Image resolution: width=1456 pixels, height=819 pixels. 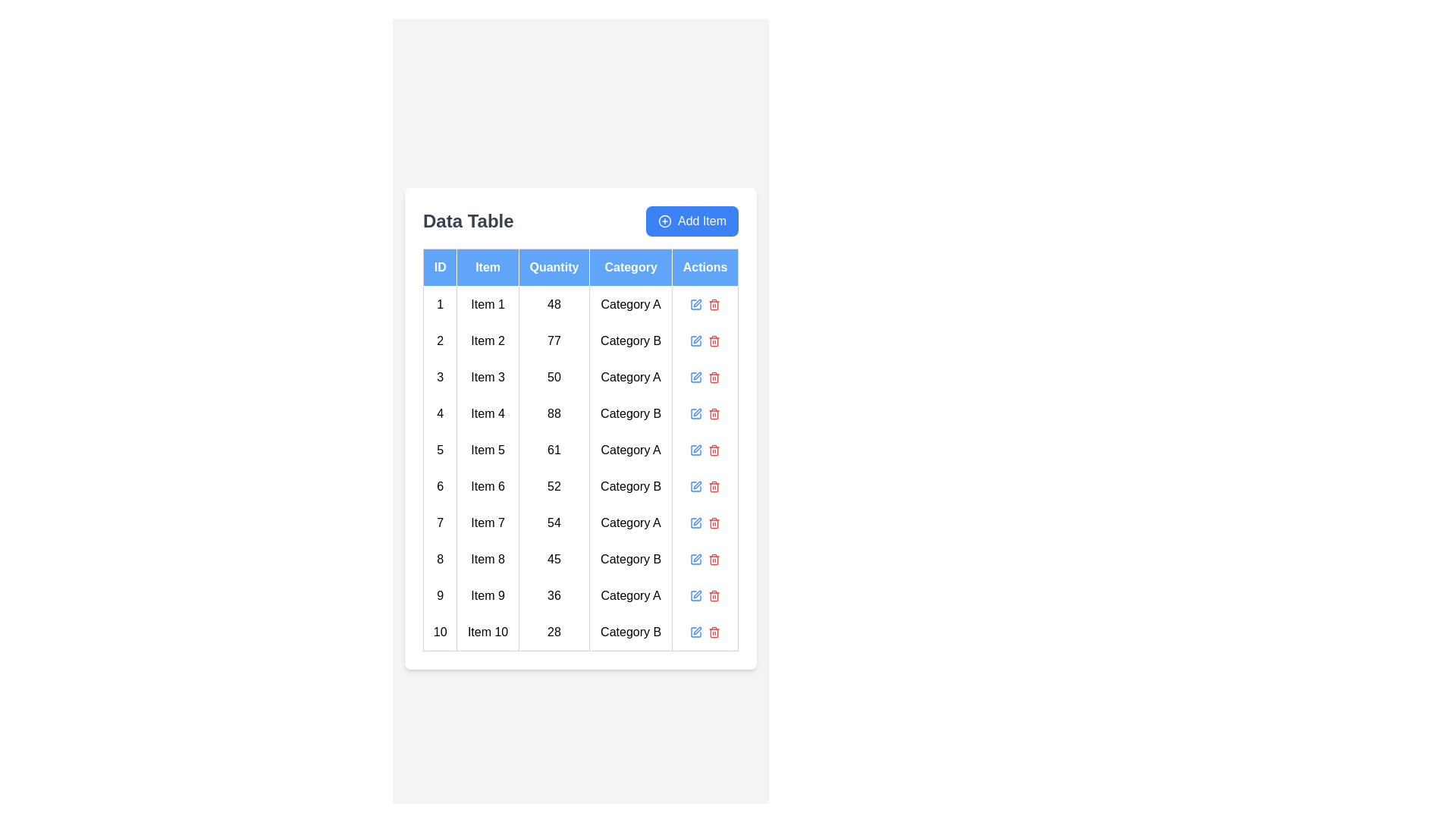 What do you see at coordinates (553, 632) in the screenshot?
I see `on the static text label indicating the quantity value '28' for 'Item 10' in the 'Quantity' column of the table` at bounding box center [553, 632].